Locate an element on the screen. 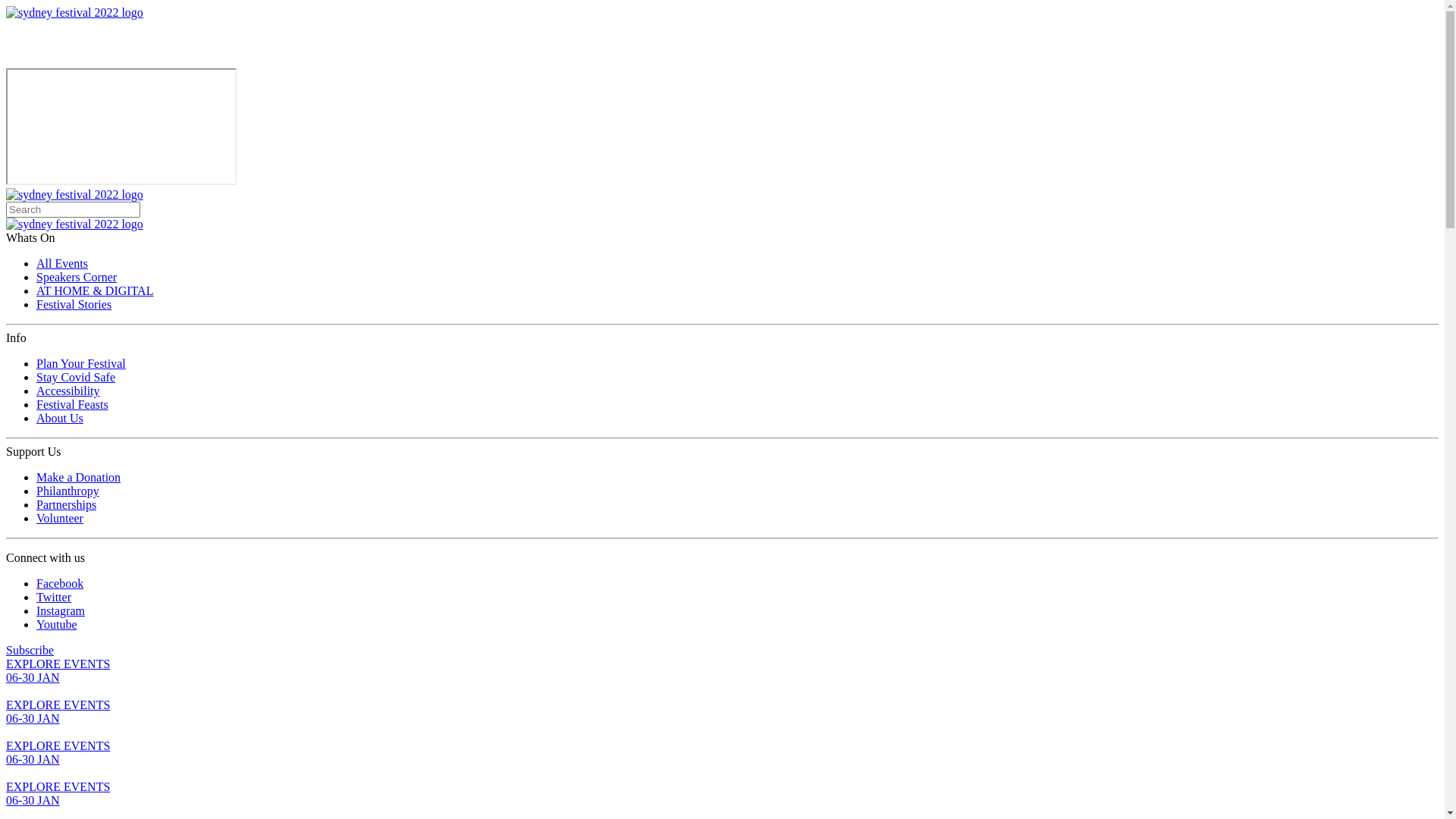 Image resolution: width=1456 pixels, height=819 pixels. 'Festival Feasts' is located at coordinates (71, 403).